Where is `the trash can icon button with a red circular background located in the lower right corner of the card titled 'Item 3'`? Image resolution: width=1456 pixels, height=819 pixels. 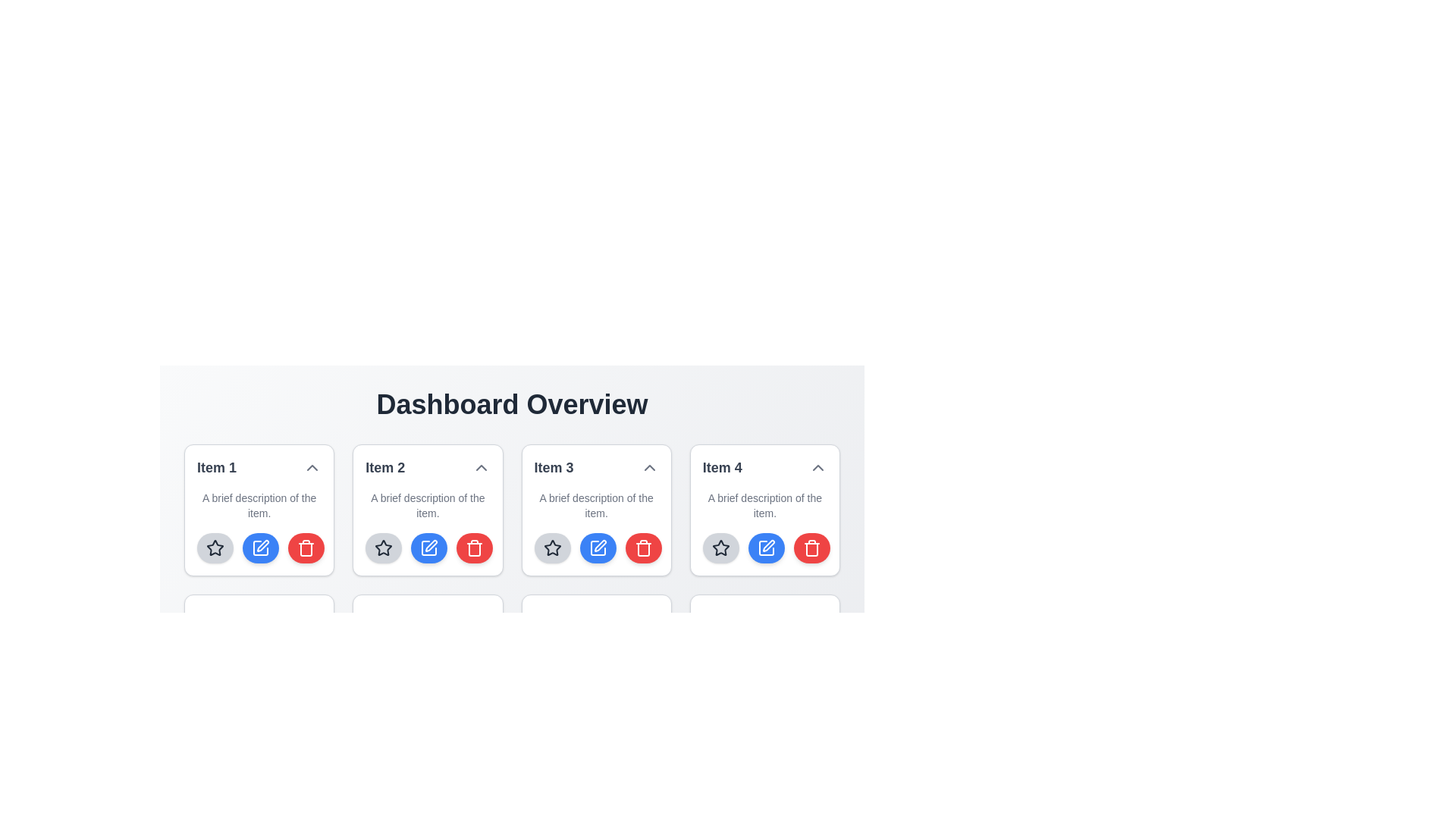
the trash can icon button with a red circular background located in the lower right corner of the card titled 'Item 3' is located at coordinates (643, 548).